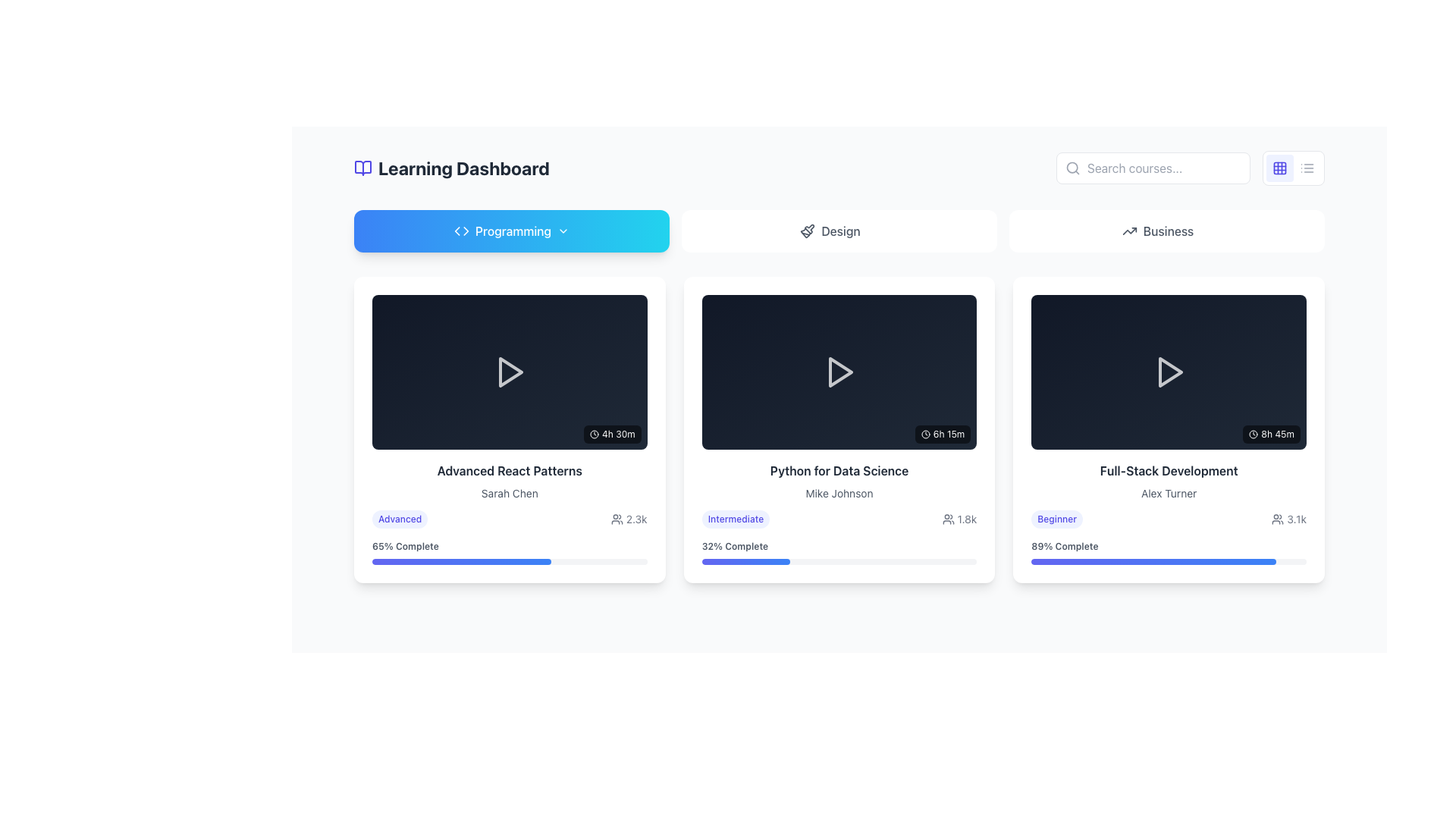  What do you see at coordinates (839, 470) in the screenshot?
I see `the text label that serves as the title for the associated content on the card, located above the 'Mike Johnson' text label in the bottom section of the card component` at bounding box center [839, 470].